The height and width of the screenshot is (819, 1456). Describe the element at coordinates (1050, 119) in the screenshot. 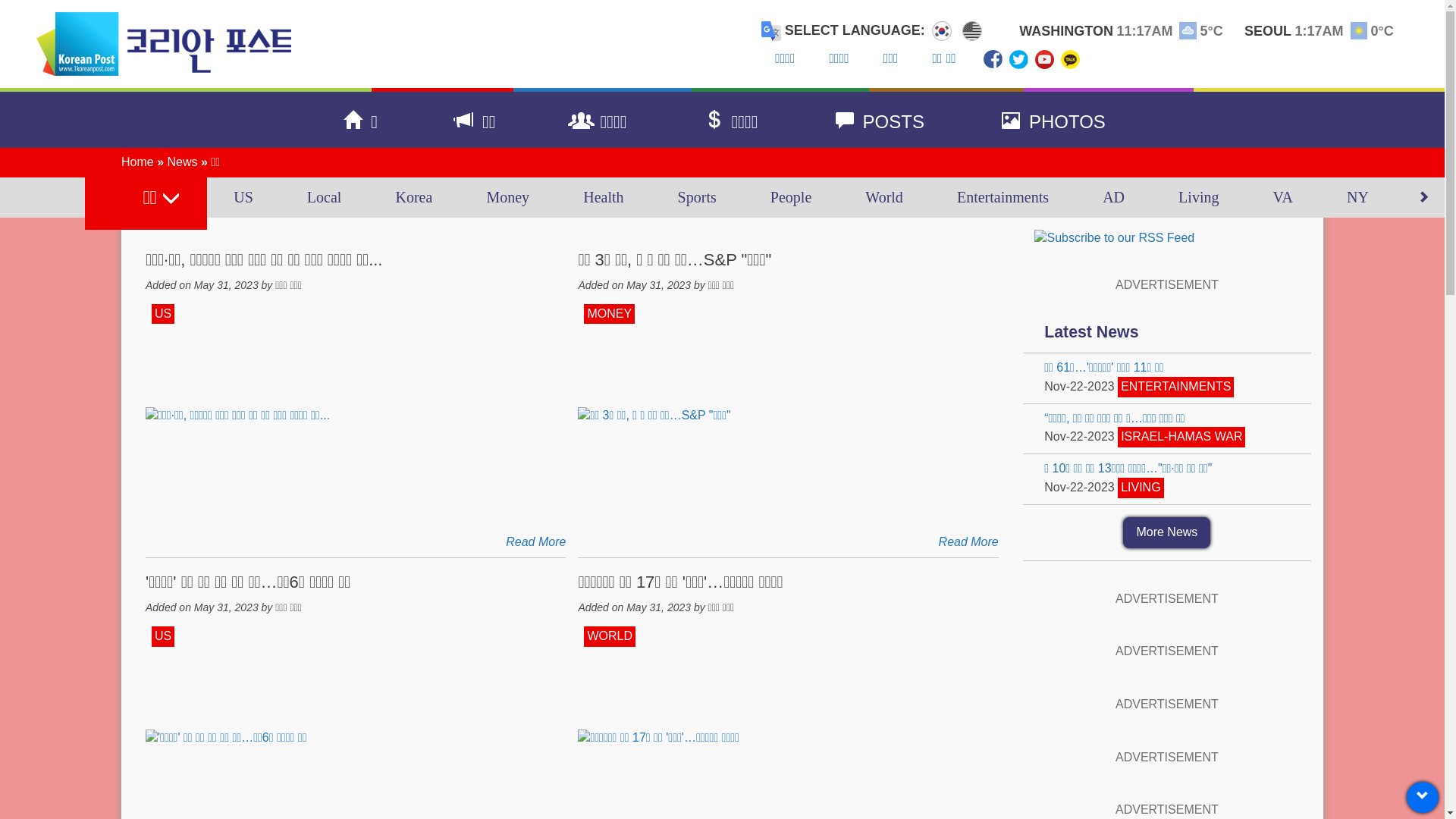

I see `'PHOTOS'` at that location.